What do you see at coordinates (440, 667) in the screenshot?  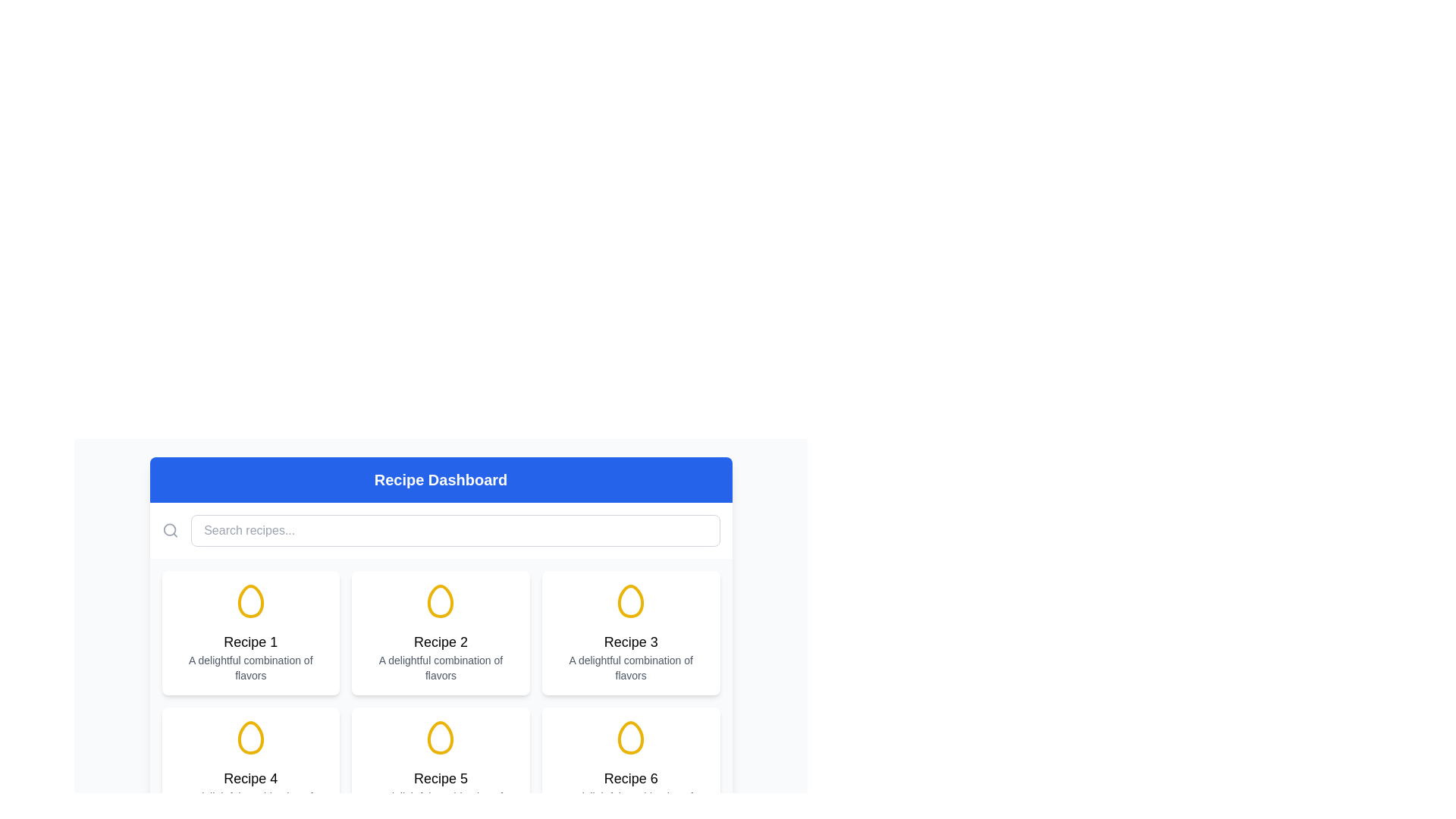 I see `the text block displaying 'A delightful combination of flavors', which is a small, gray, and centered text located at the bottom of the card for 'Recipe 2'` at bounding box center [440, 667].